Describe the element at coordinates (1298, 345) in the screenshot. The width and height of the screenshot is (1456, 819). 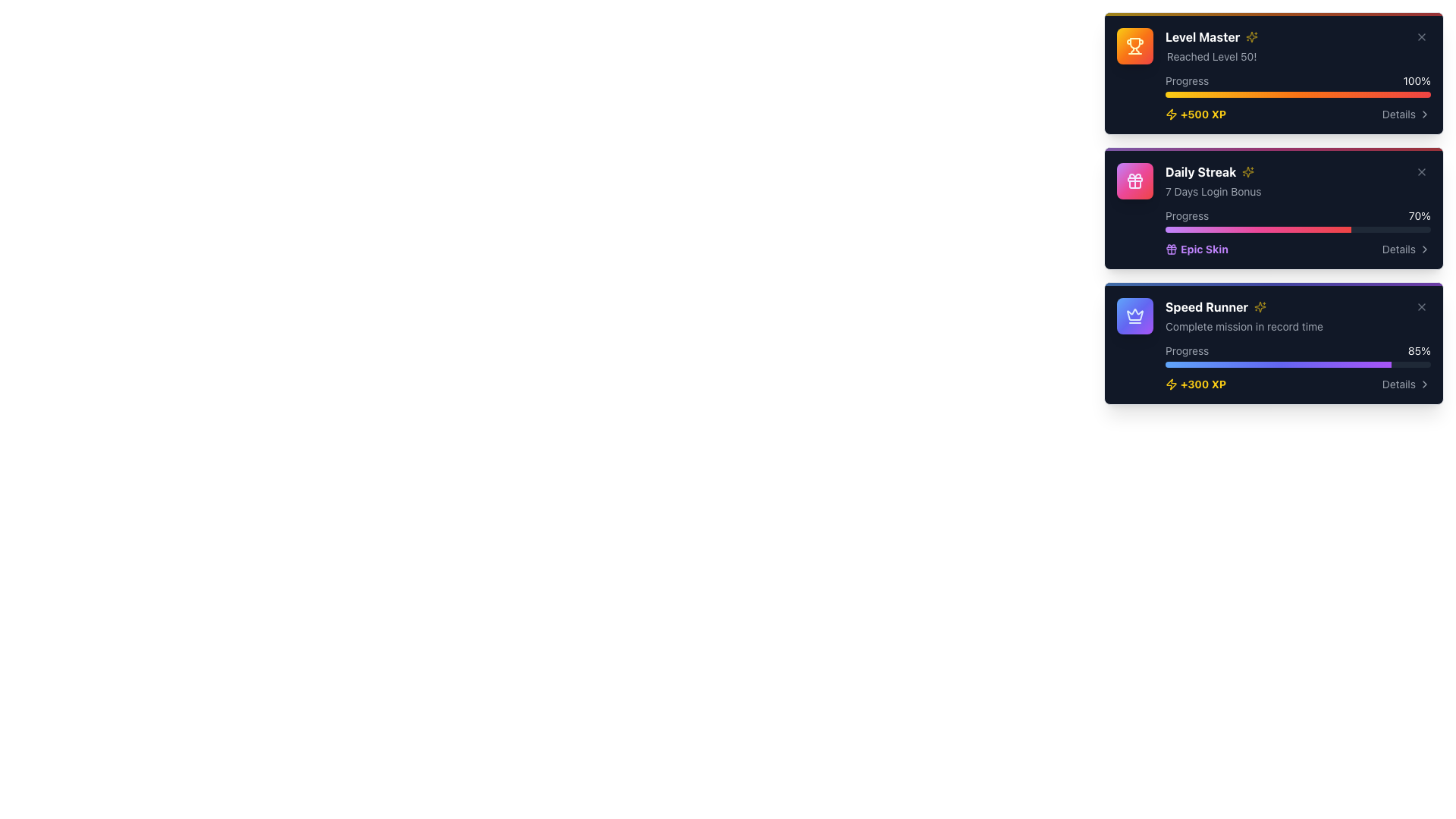
I see `the progress bar of the 'Speed Runner' informational card located at the bottom of the vertical list of mission boxes on the right side of the interface for completion analysis` at that location.